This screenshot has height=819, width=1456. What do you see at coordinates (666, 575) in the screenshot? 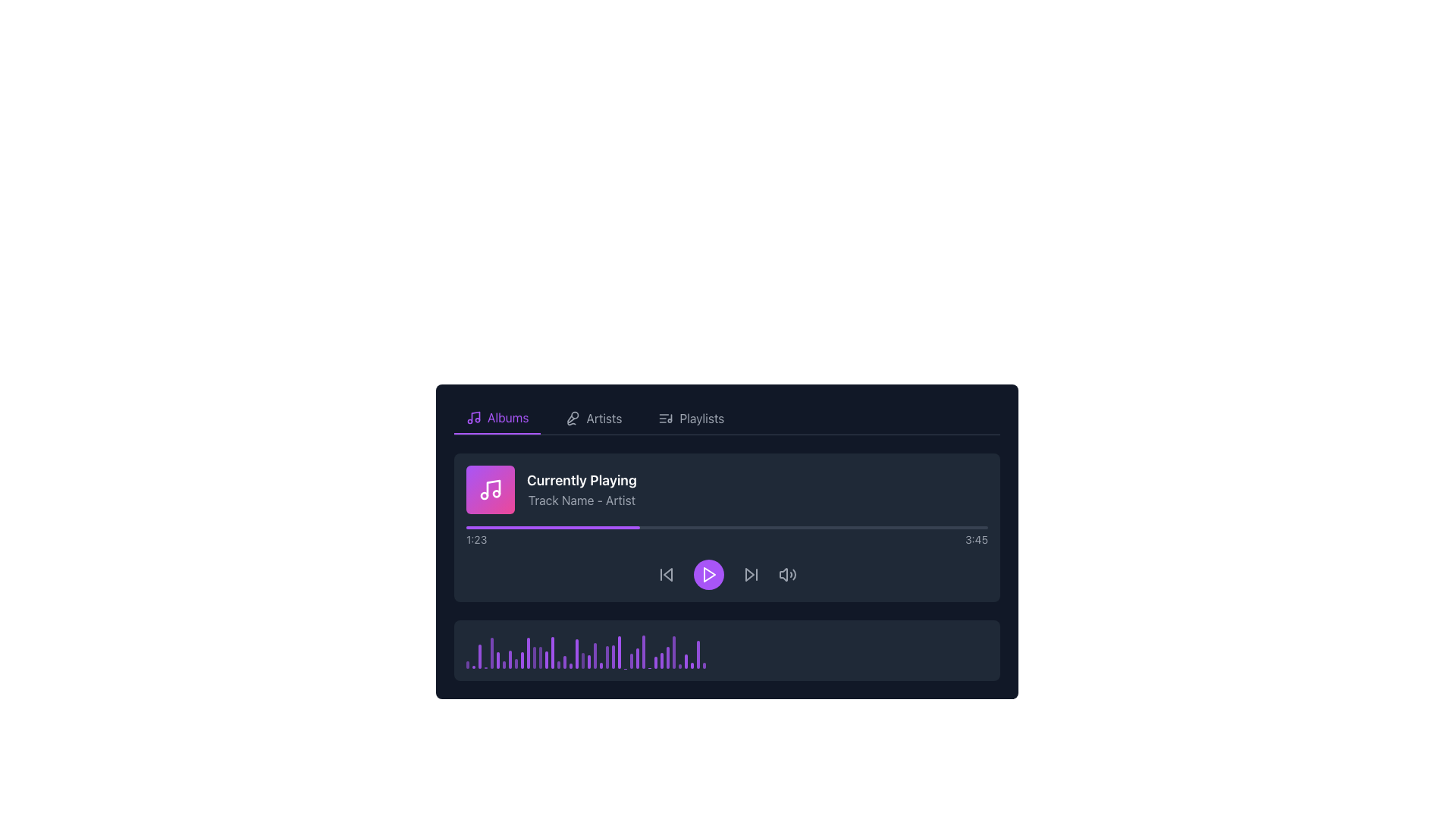
I see `the skip-back button in the audio player interface, which is represented by a gray arrow pointing left with a vertical line, to change its color to white` at bounding box center [666, 575].